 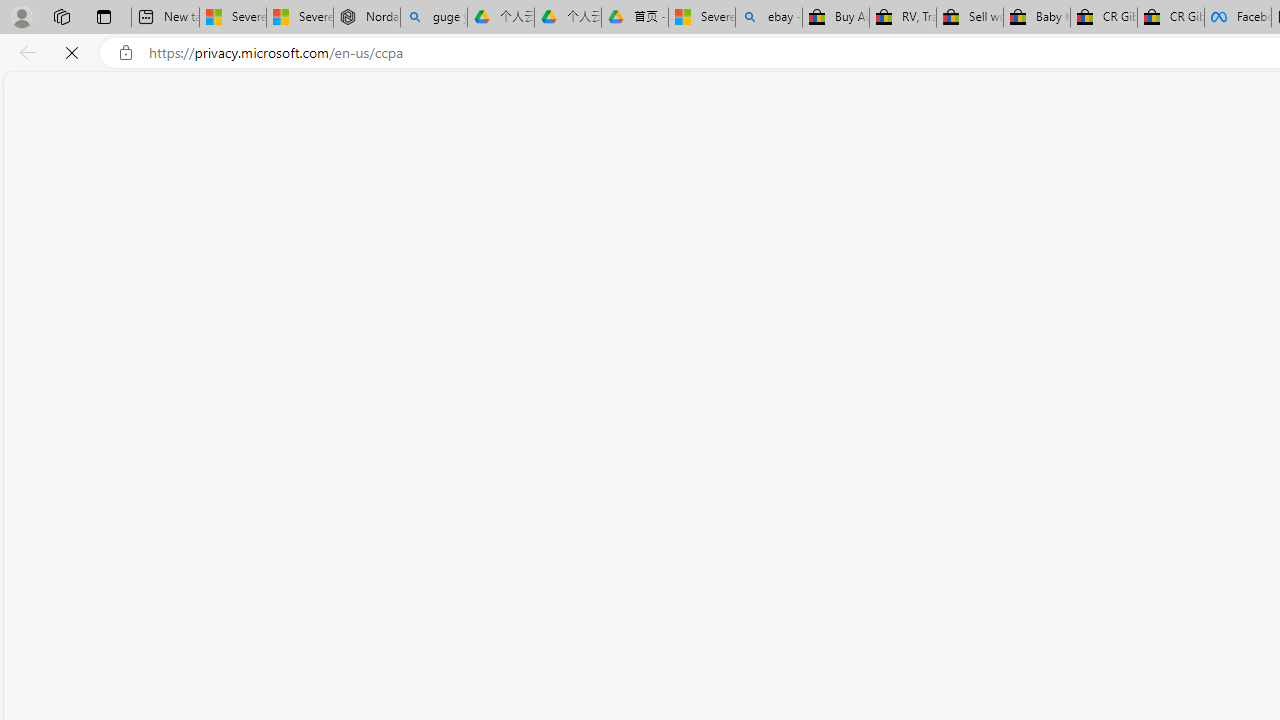 What do you see at coordinates (835, 17) in the screenshot?
I see `'Buy Auto Parts & Accessories | eBay'` at bounding box center [835, 17].